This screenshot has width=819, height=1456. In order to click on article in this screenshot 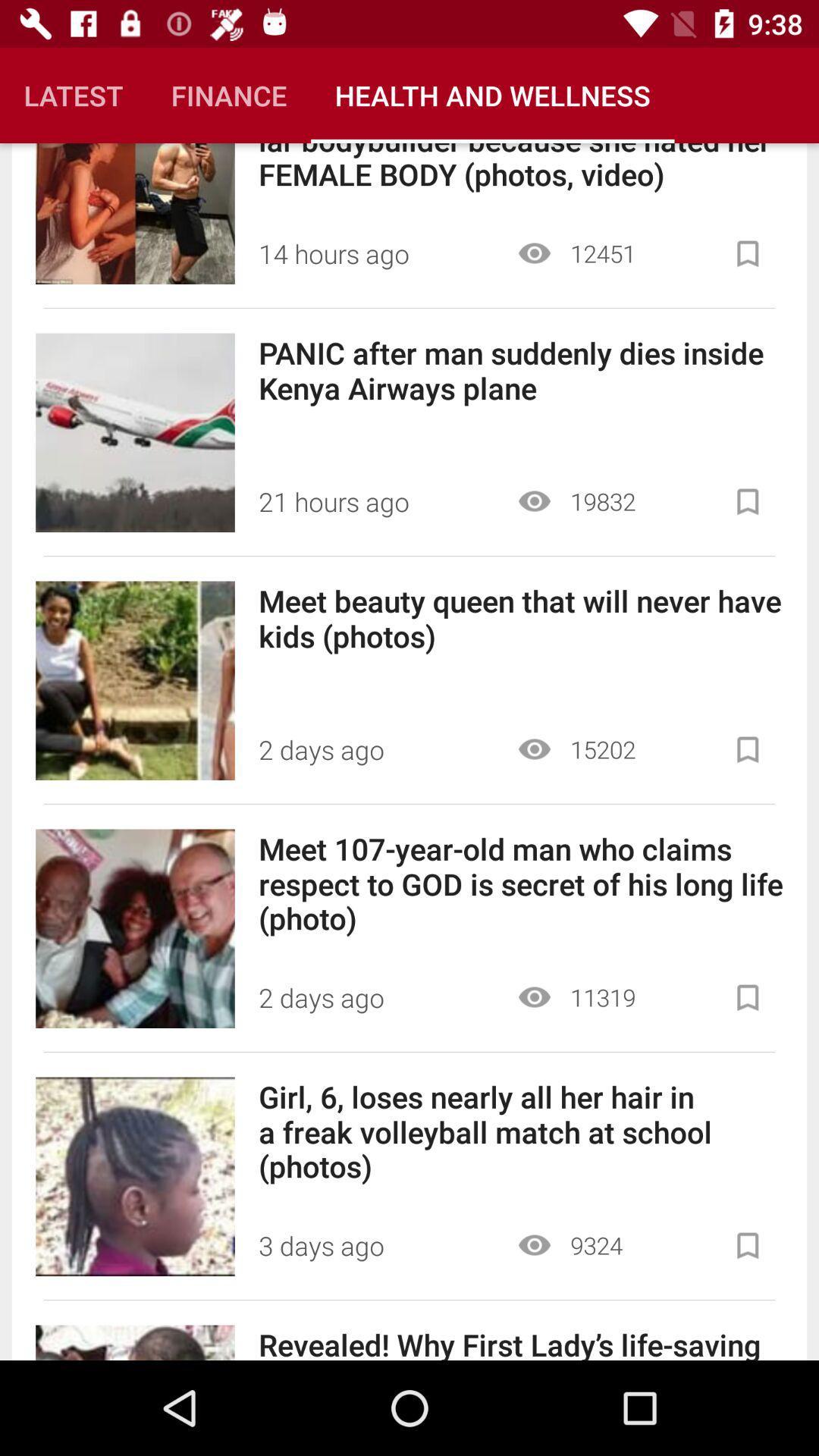, I will do `click(747, 749)`.